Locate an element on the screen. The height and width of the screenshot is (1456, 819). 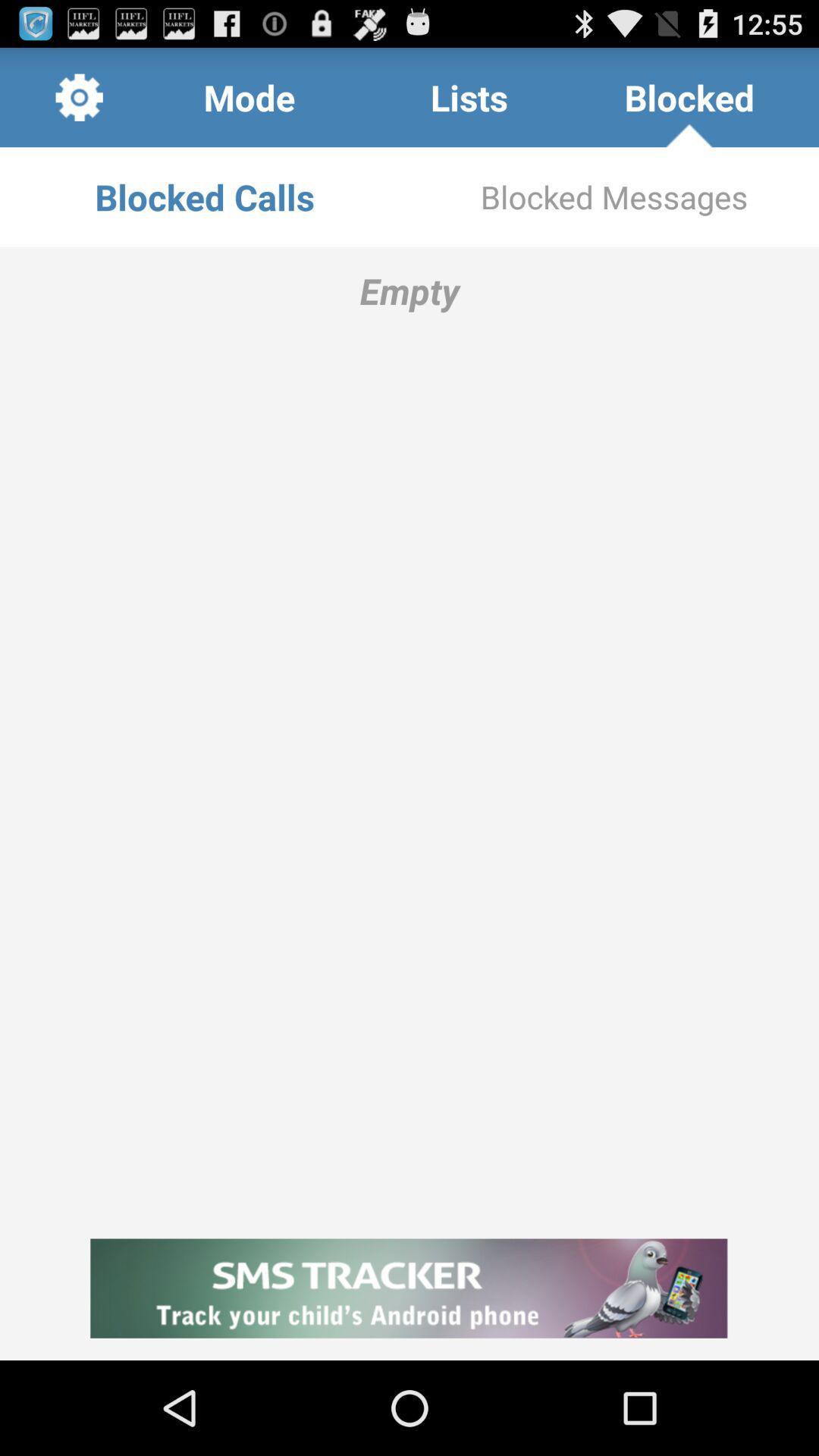
the icon above blocked calls icon is located at coordinates (248, 96).